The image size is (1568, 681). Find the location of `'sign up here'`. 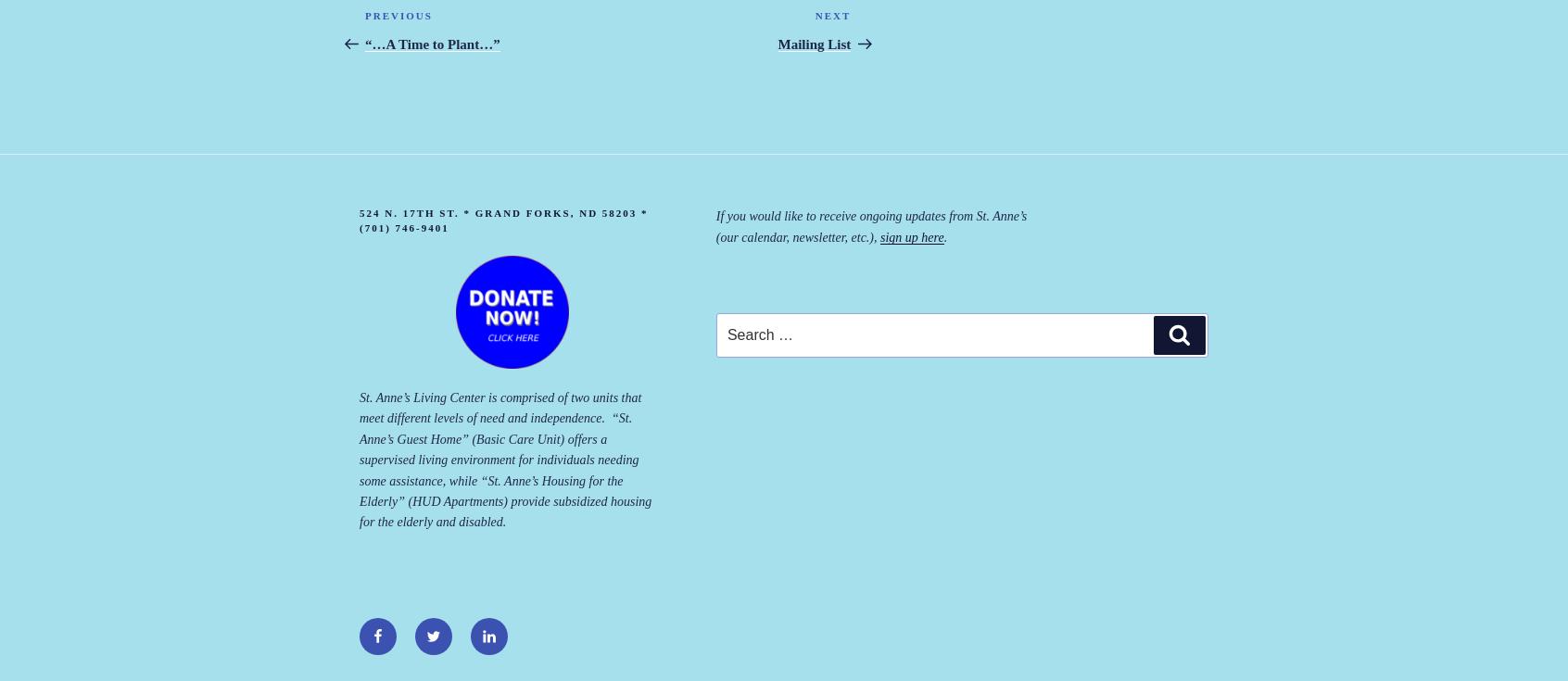

'sign up here' is located at coordinates (912, 235).